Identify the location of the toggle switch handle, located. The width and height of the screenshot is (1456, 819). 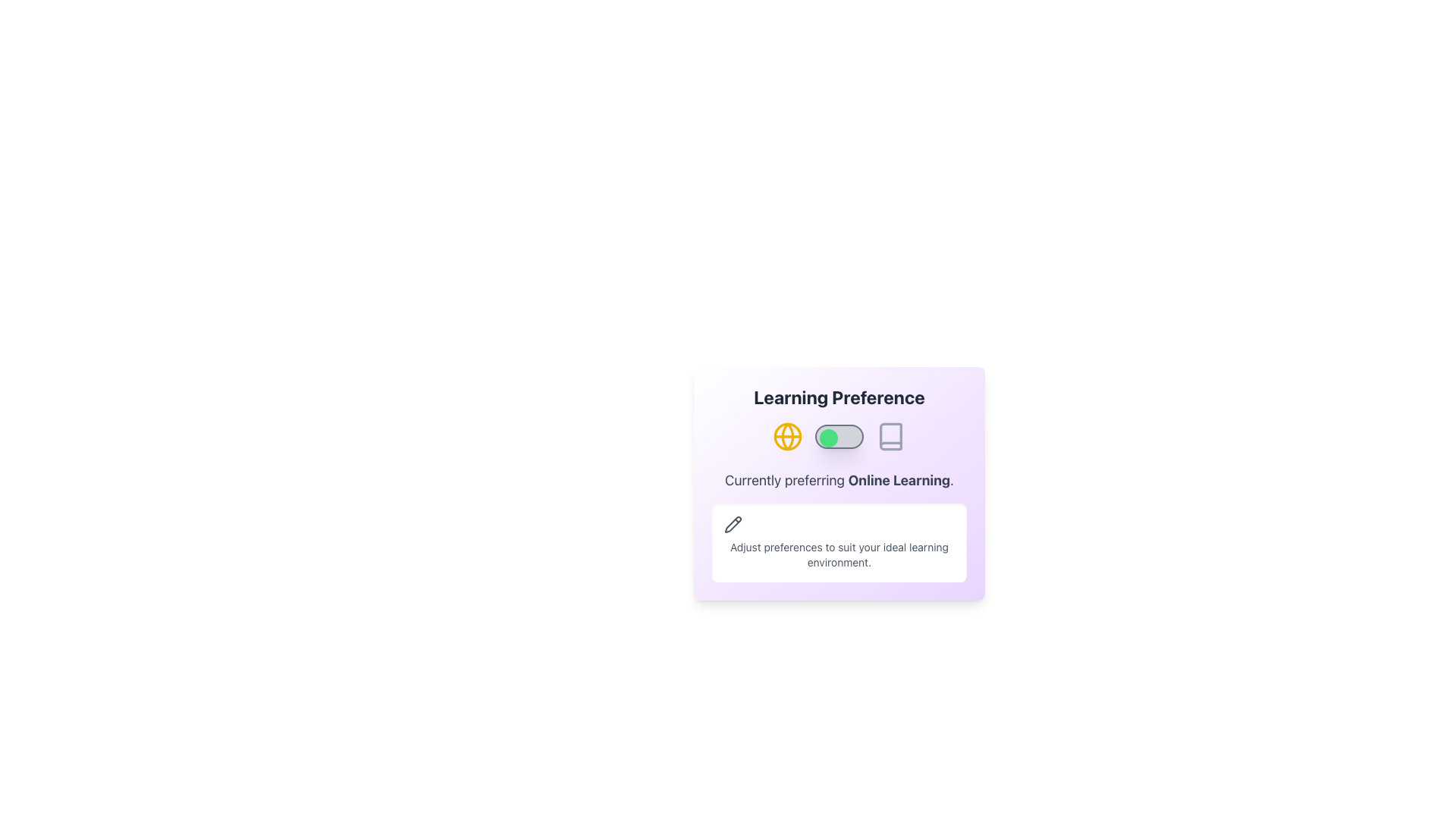
(828, 438).